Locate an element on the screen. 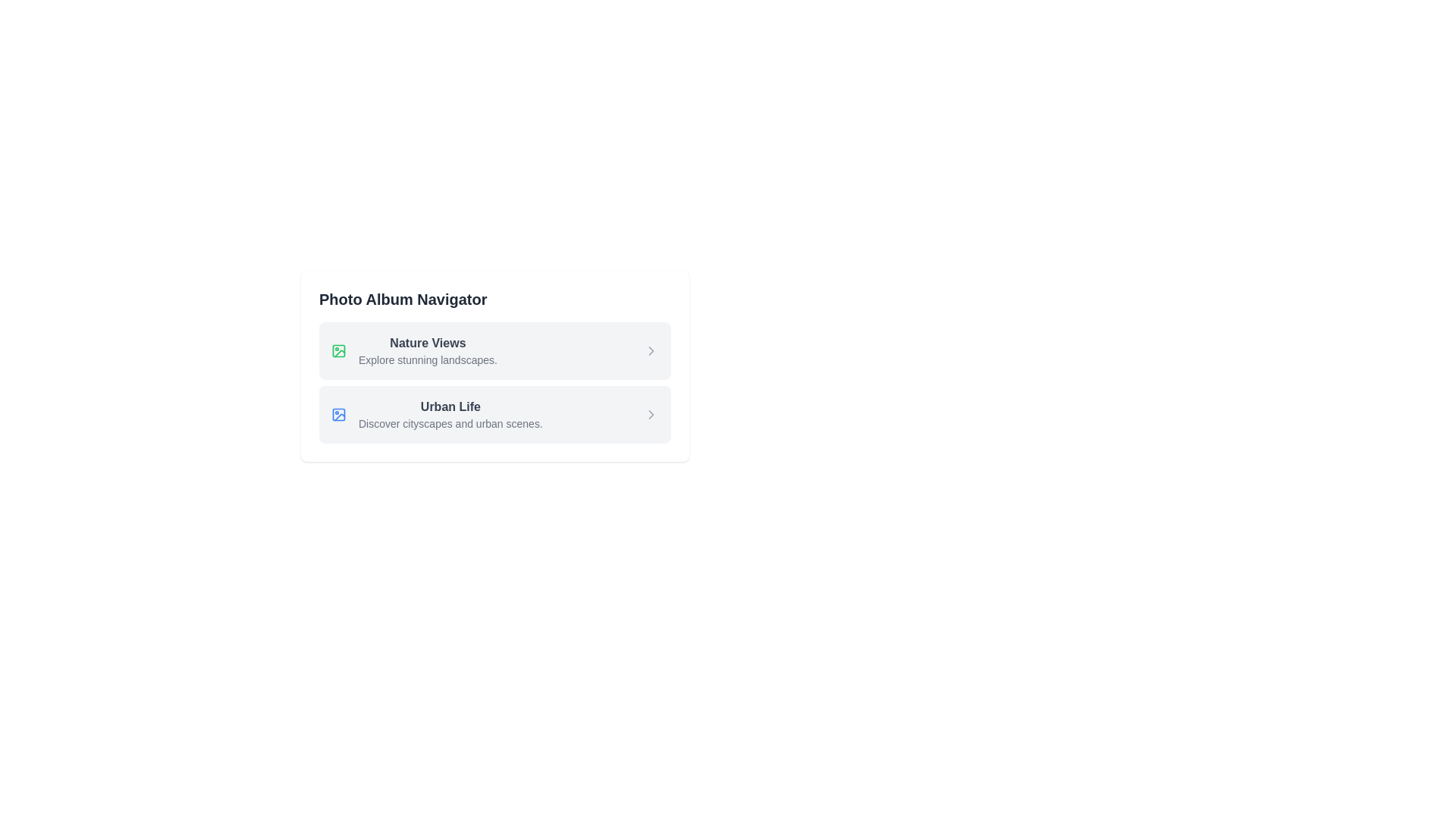 The width and height of the screenshot is (1456, 819). the icon representing urban photography located to the left of the 'Urban Life' title and description is located at coordinates (337, 415).